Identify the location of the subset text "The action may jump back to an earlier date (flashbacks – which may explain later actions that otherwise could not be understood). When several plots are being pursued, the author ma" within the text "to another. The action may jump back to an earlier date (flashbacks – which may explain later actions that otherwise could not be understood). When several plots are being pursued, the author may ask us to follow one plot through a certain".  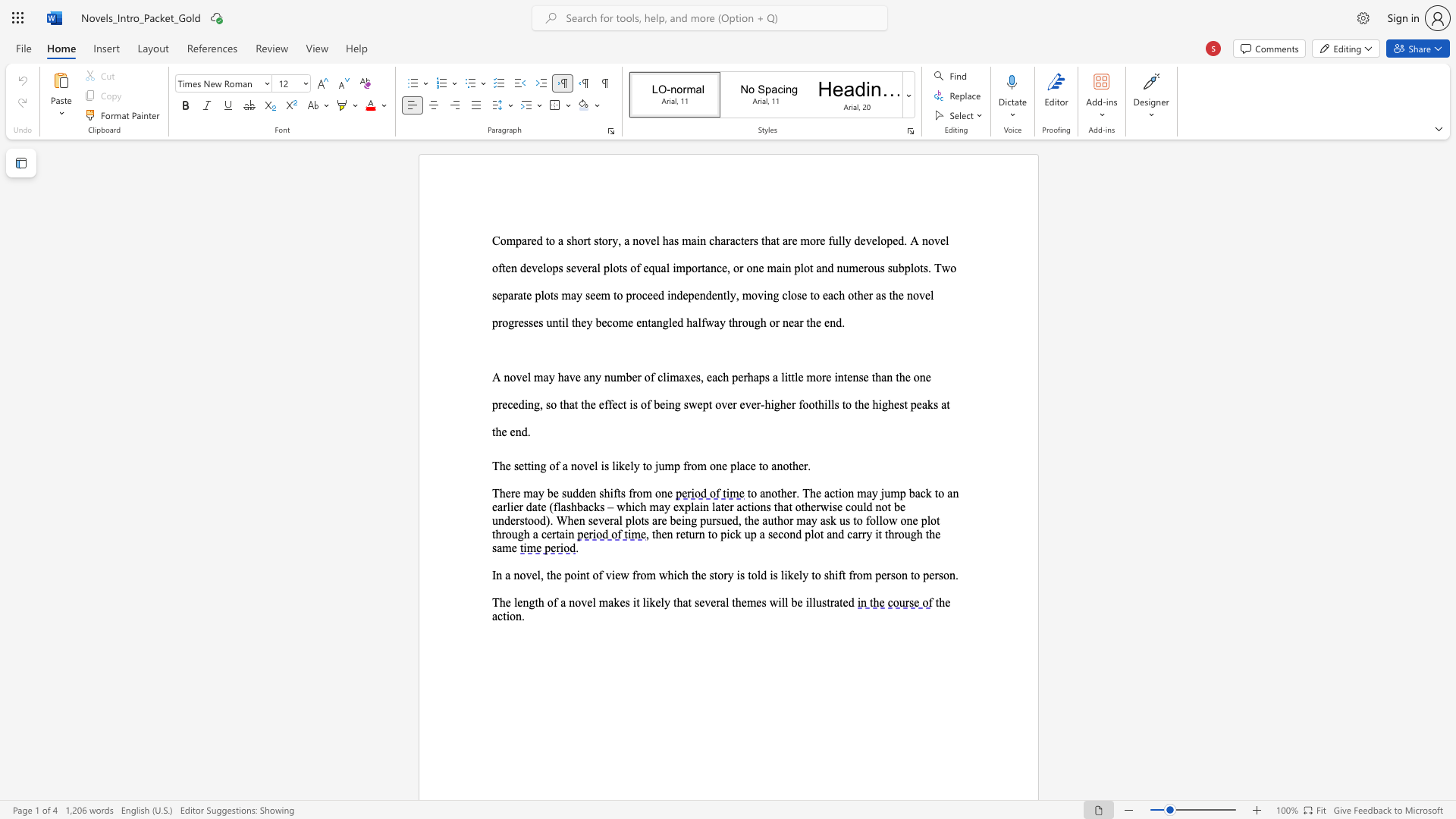
(802, 493).